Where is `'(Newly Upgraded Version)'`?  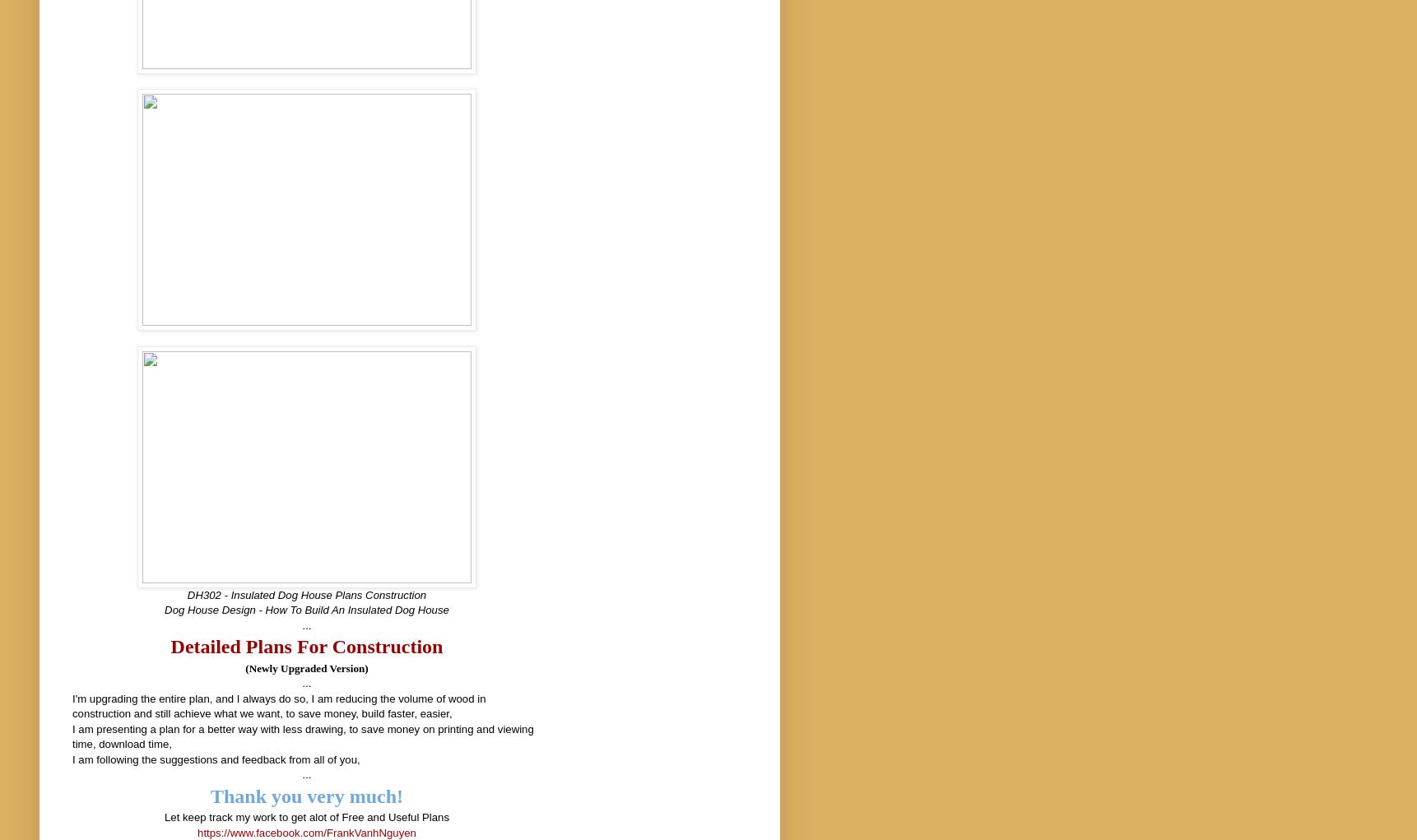 '(Newly Upgraded Version)' is located at coordinates (306, 666).